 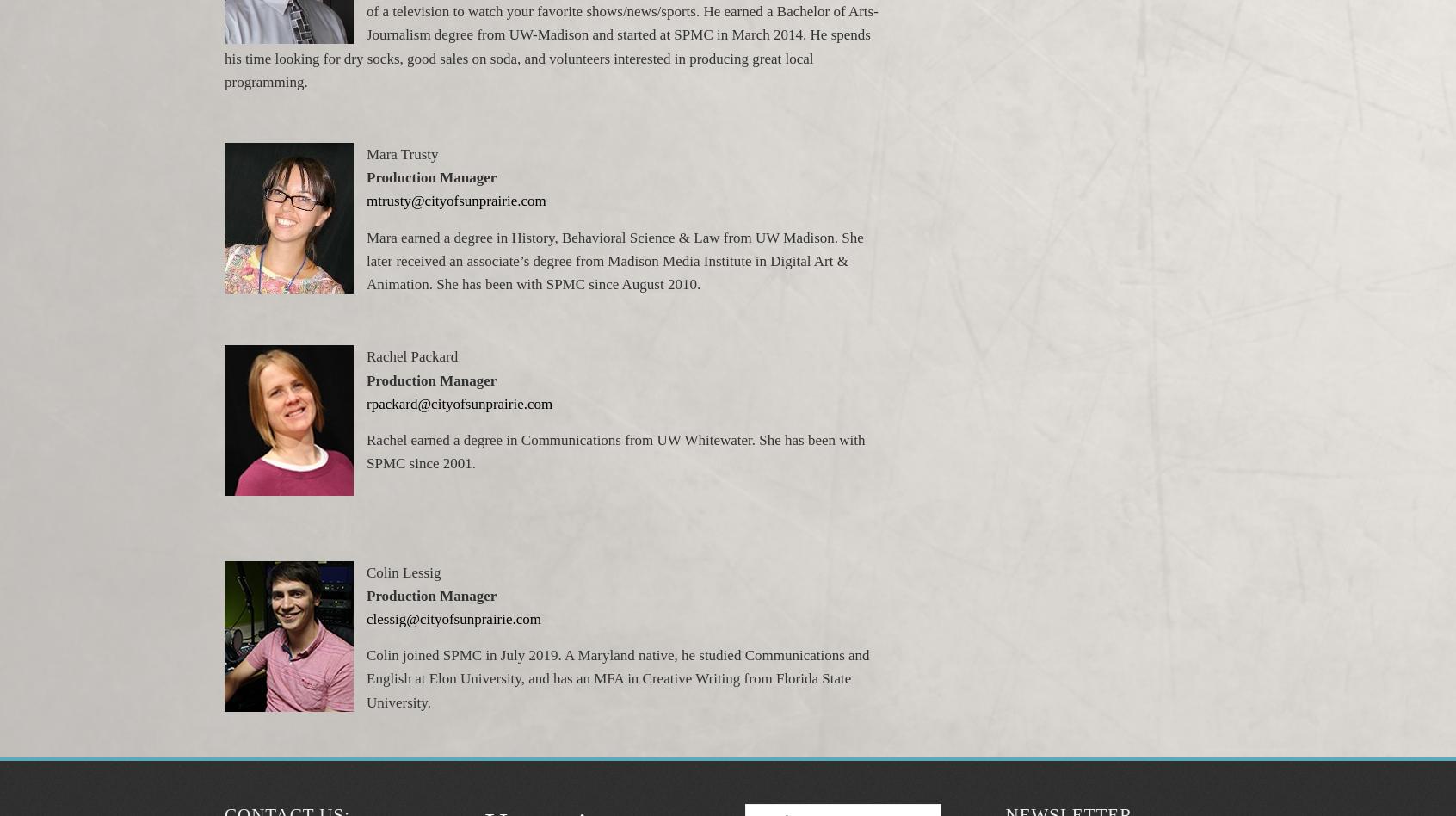 I want to click on 'clessig@cityofsunprairie.com', so click(x=453, y=619).